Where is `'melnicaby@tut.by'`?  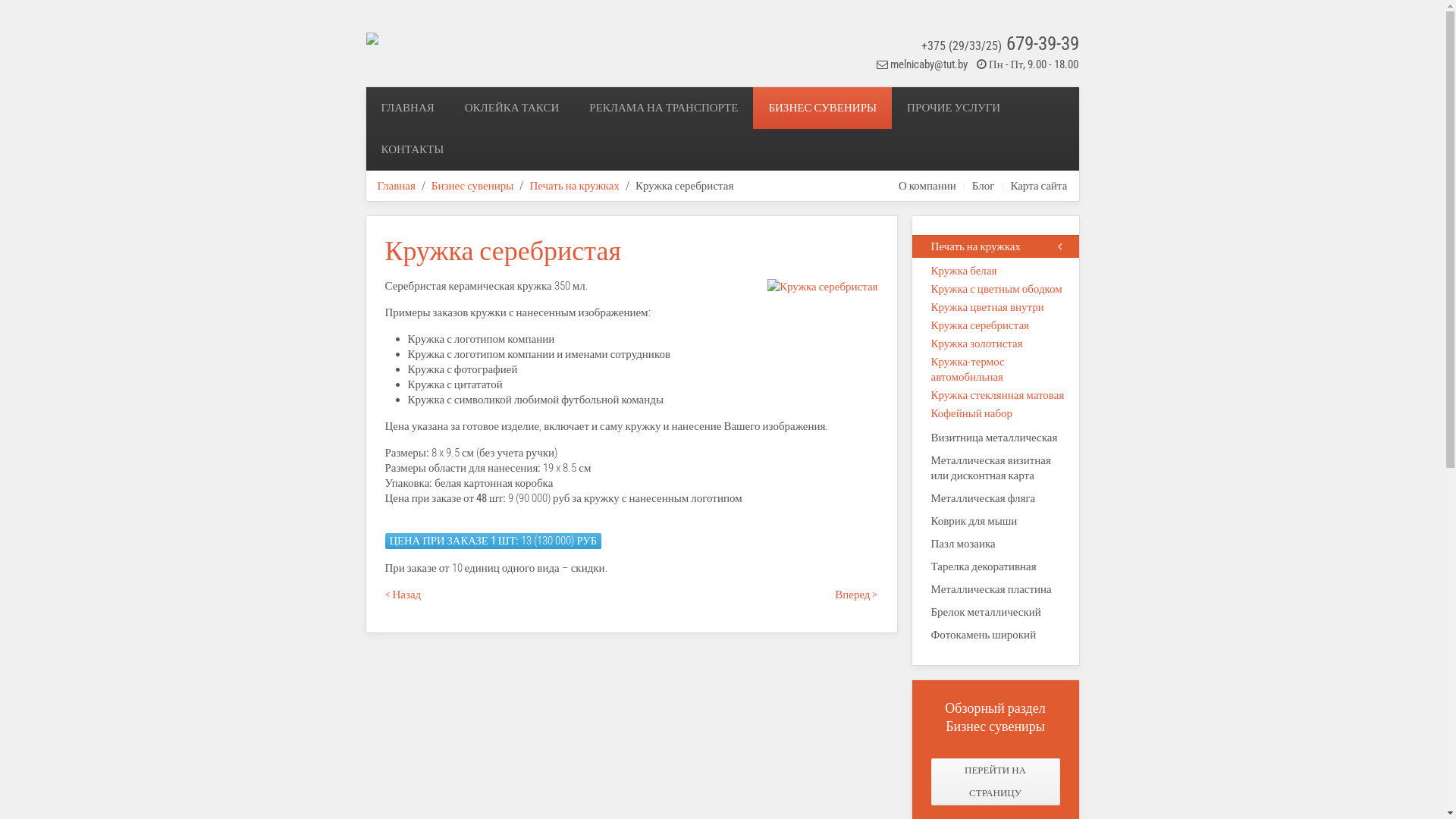 'melnicaby@tut.by' is located at coordinates (890, 63).